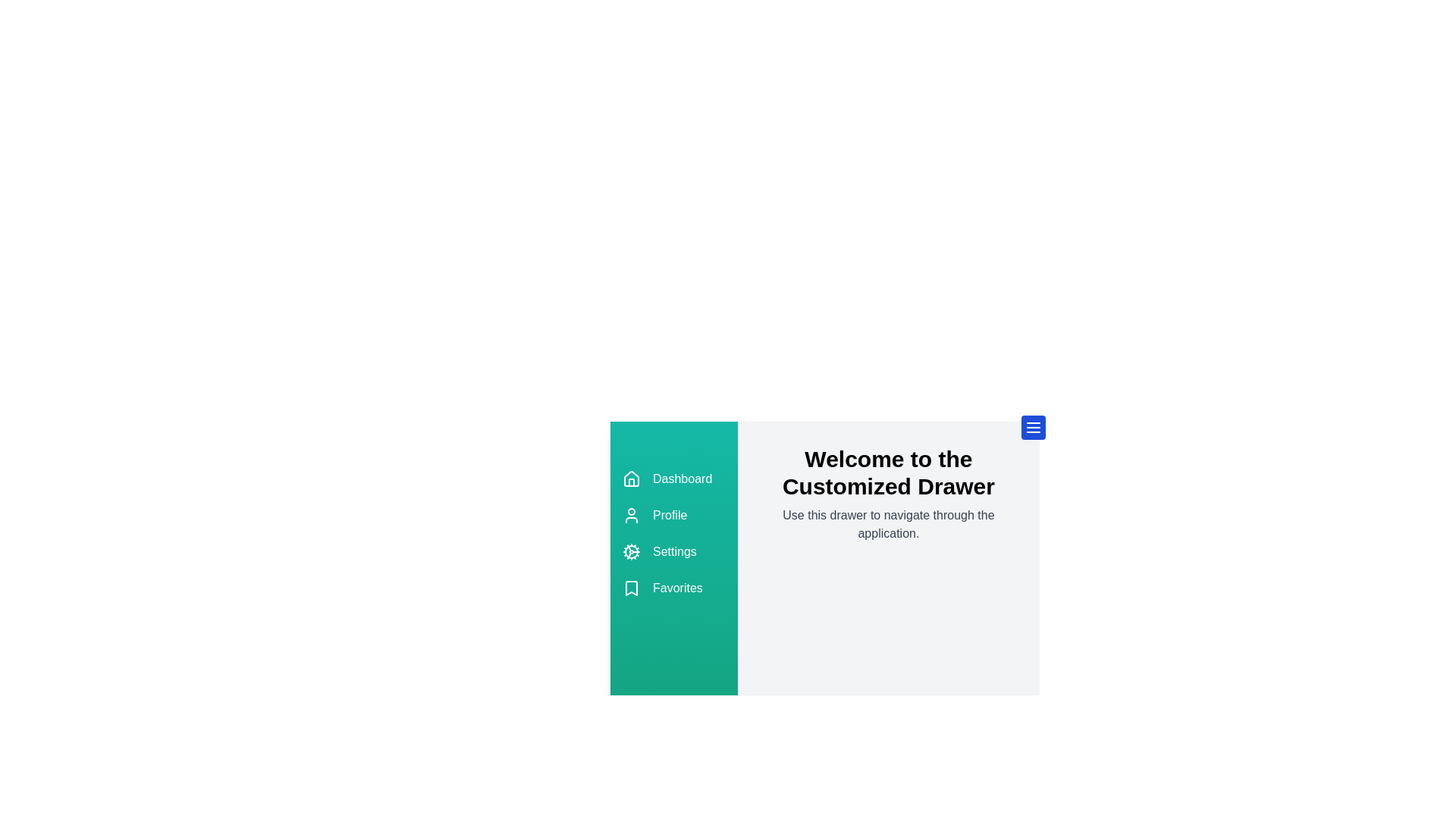 This screenshot has height=819, width=1456. What do you see at coordinates (673, 514) in the screenshot?
I see `the 'Profile' option in the drawer menu` at bounding box center [673, 514].